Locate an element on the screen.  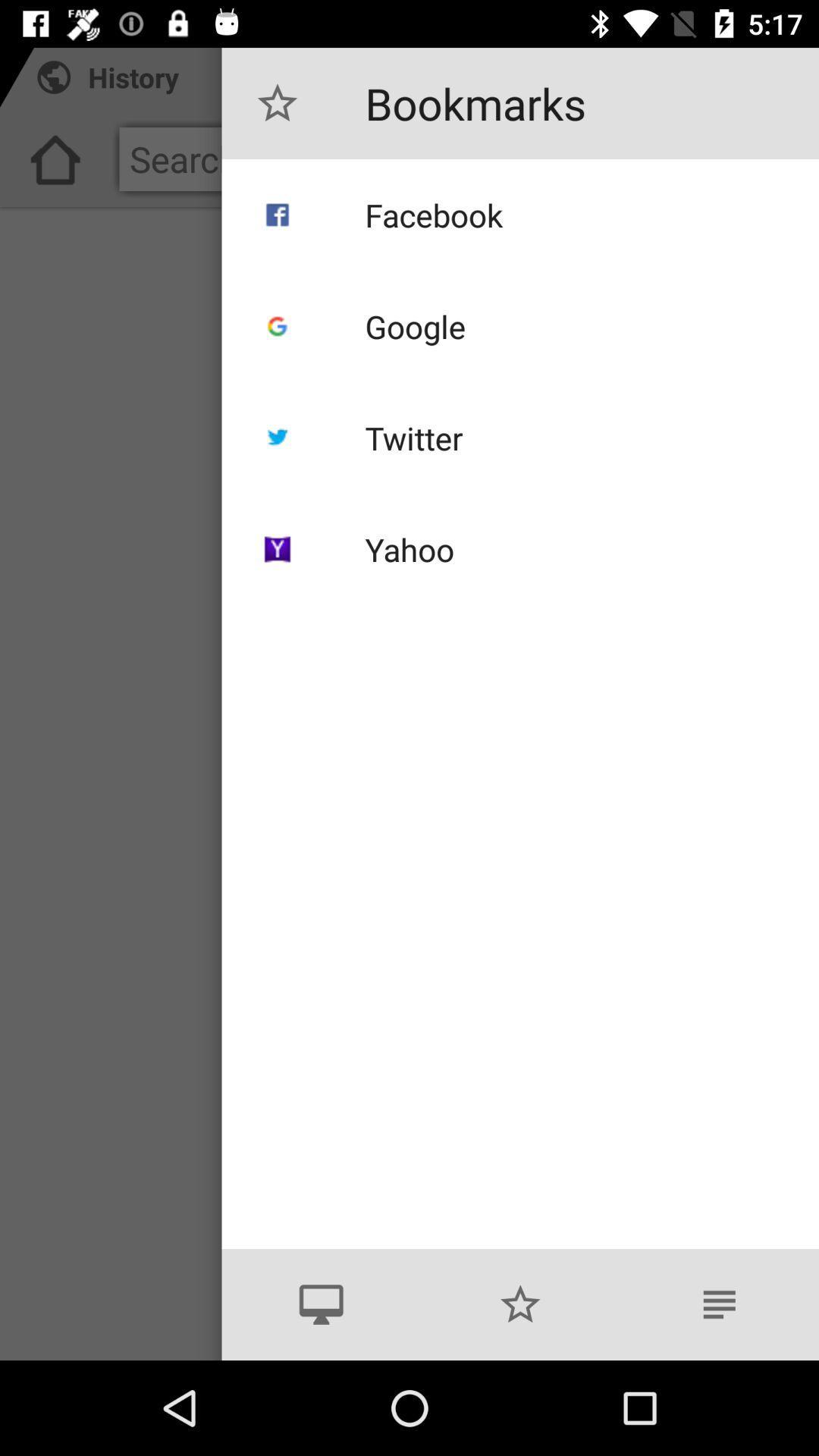
icon beside yahoo is located at coordinates (278, 548).